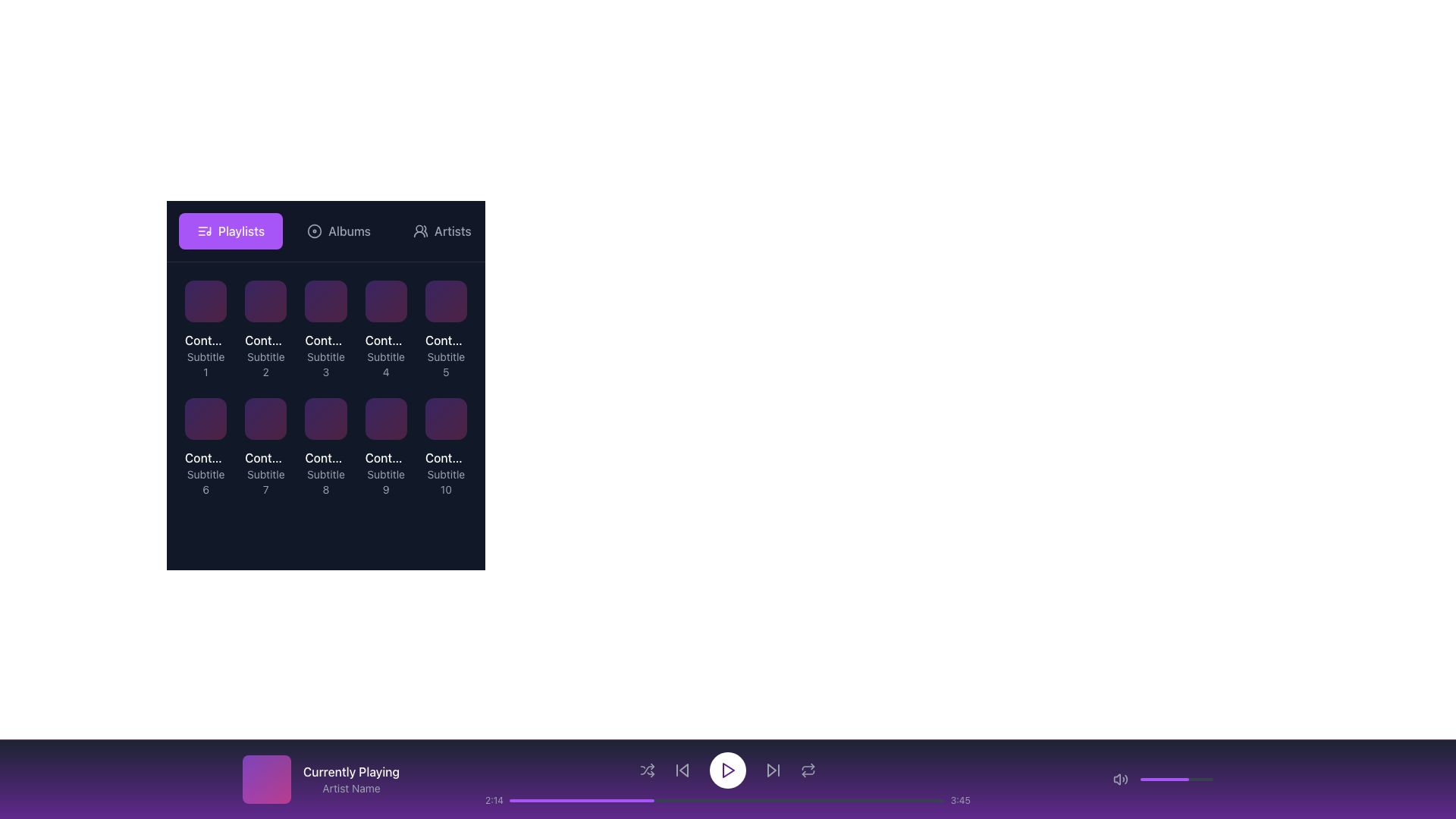 The width and height of the screenshot is (1456, 819). What do you see at coordinates (265, 419) in the screenshot?
I see `the seventh tile in the grid under the 'Playlists' section` at bounding box center [265, 419].